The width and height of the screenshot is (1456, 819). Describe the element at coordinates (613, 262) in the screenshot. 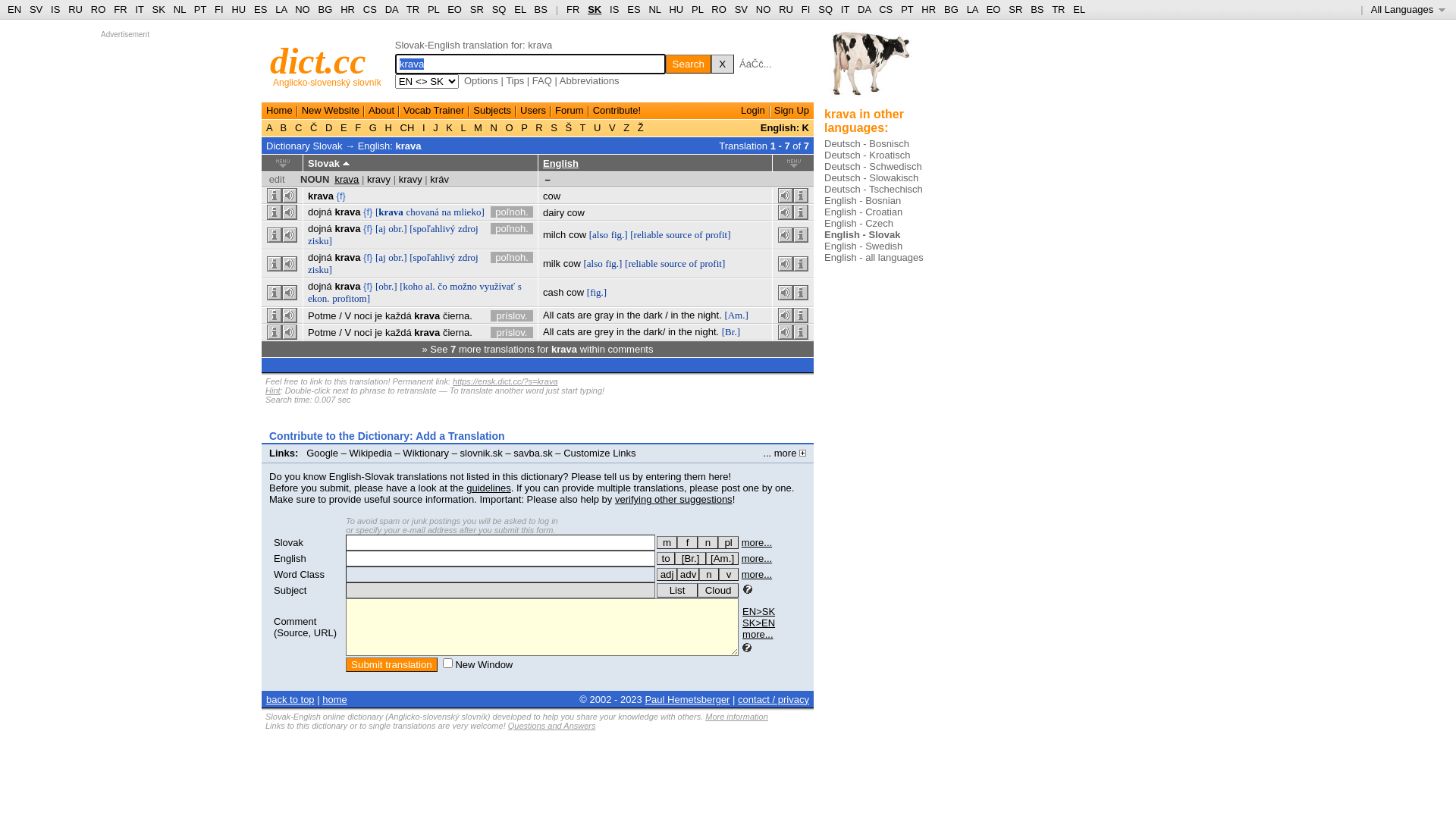

I see `'fig.]'` at that location.